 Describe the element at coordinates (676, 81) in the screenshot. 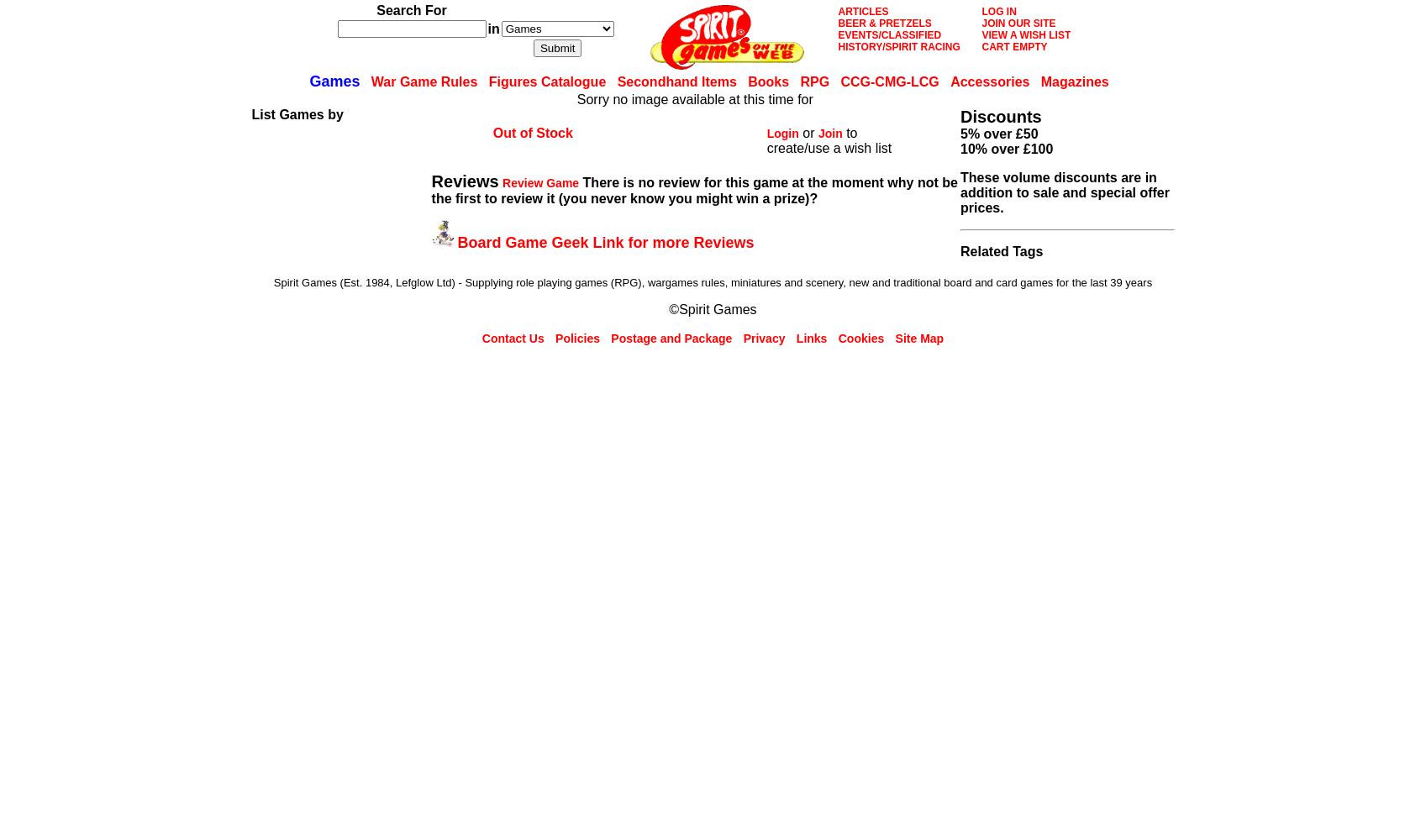

I see `'Secondhand Items'` at that location.